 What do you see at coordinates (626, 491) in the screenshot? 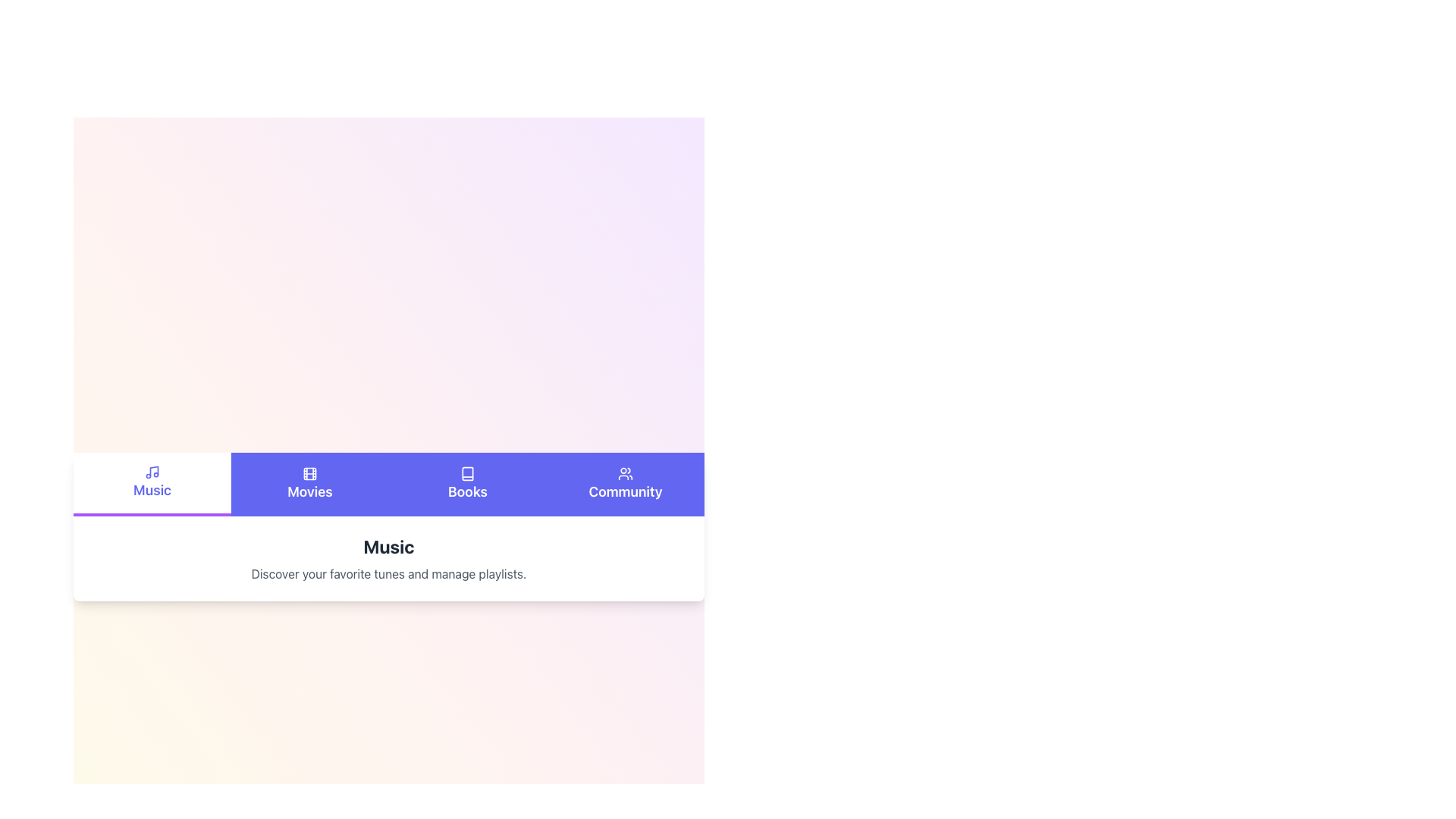
I see `the 'Community' text label which is styled with a large font size and bold emphasis, located in the fourth position of a horizontal navigation bar with a purple background` at bounding box center [626, 491].